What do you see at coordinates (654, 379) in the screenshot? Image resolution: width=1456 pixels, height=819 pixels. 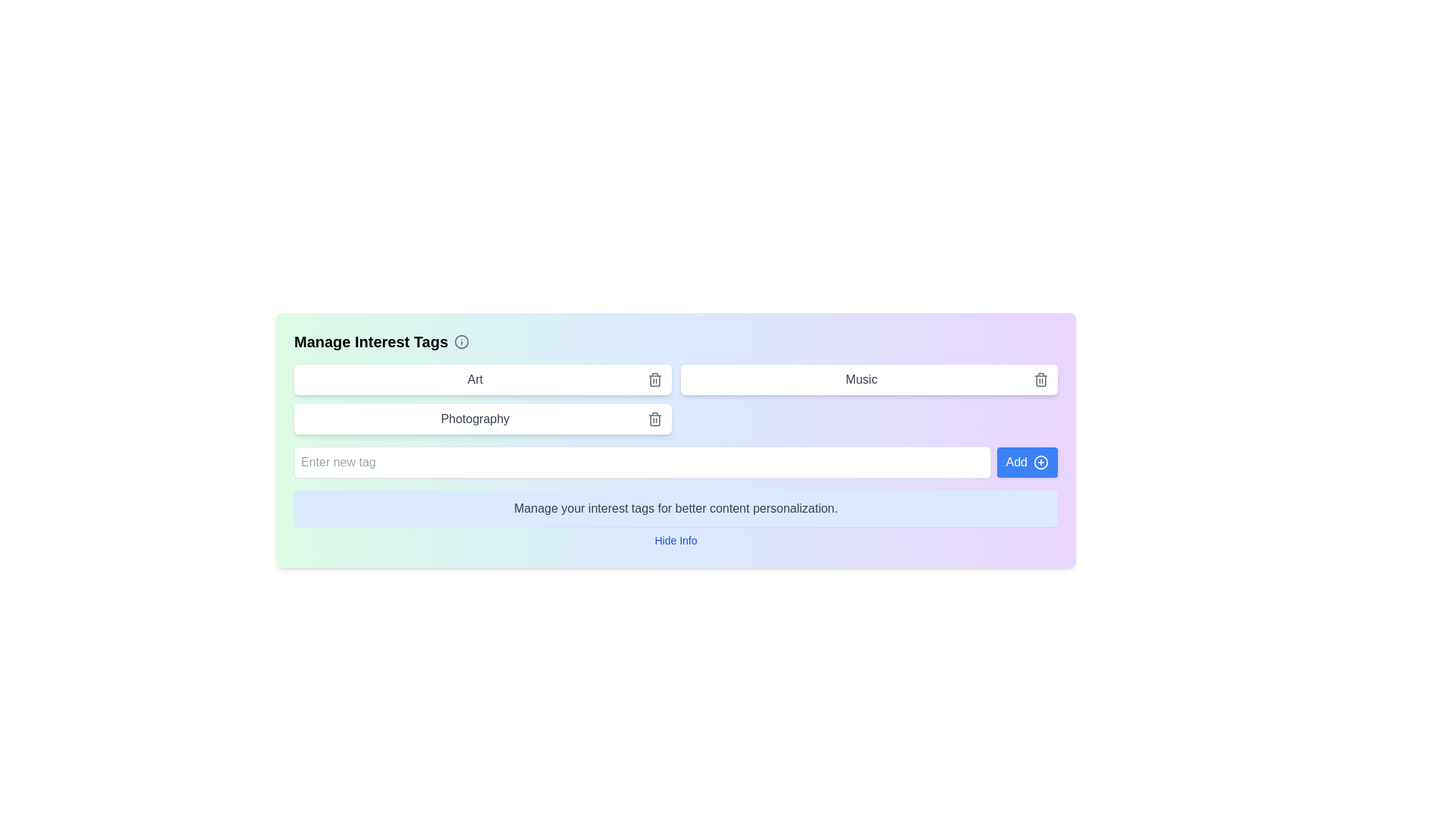 I see `the interactive trash bin icon, styled in gray and enlarging to red when hovered, located adjacent to the text 'Art' in the upper section of the interface` at bounding box center [654, 379].